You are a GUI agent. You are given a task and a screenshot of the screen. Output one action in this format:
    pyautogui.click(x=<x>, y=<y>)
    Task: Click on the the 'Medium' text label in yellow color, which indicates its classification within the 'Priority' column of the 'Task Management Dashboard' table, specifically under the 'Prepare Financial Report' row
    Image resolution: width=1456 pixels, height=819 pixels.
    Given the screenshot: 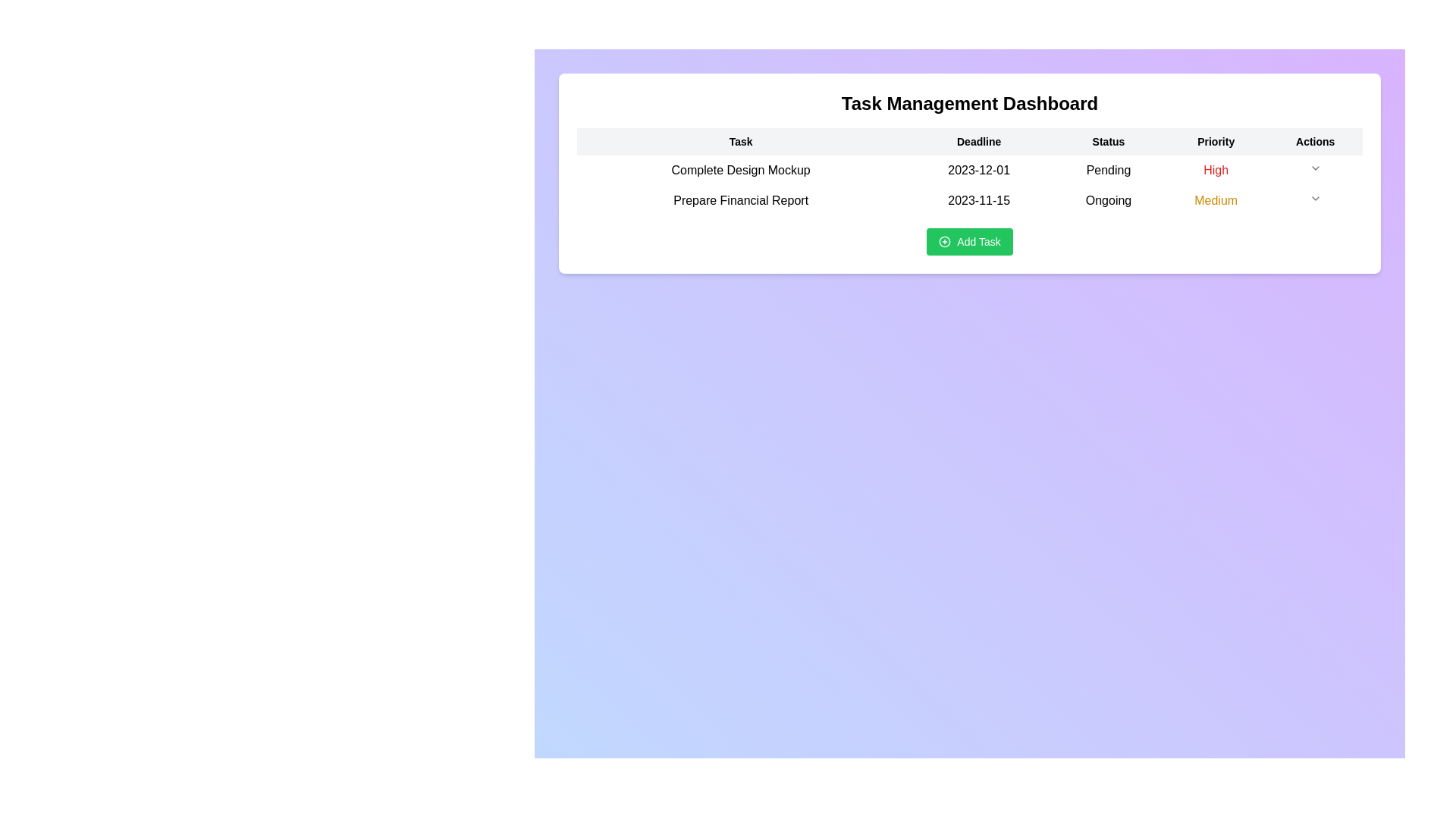 What is the action you would take?
    pyautogui.click(x=1216, y=200)
    